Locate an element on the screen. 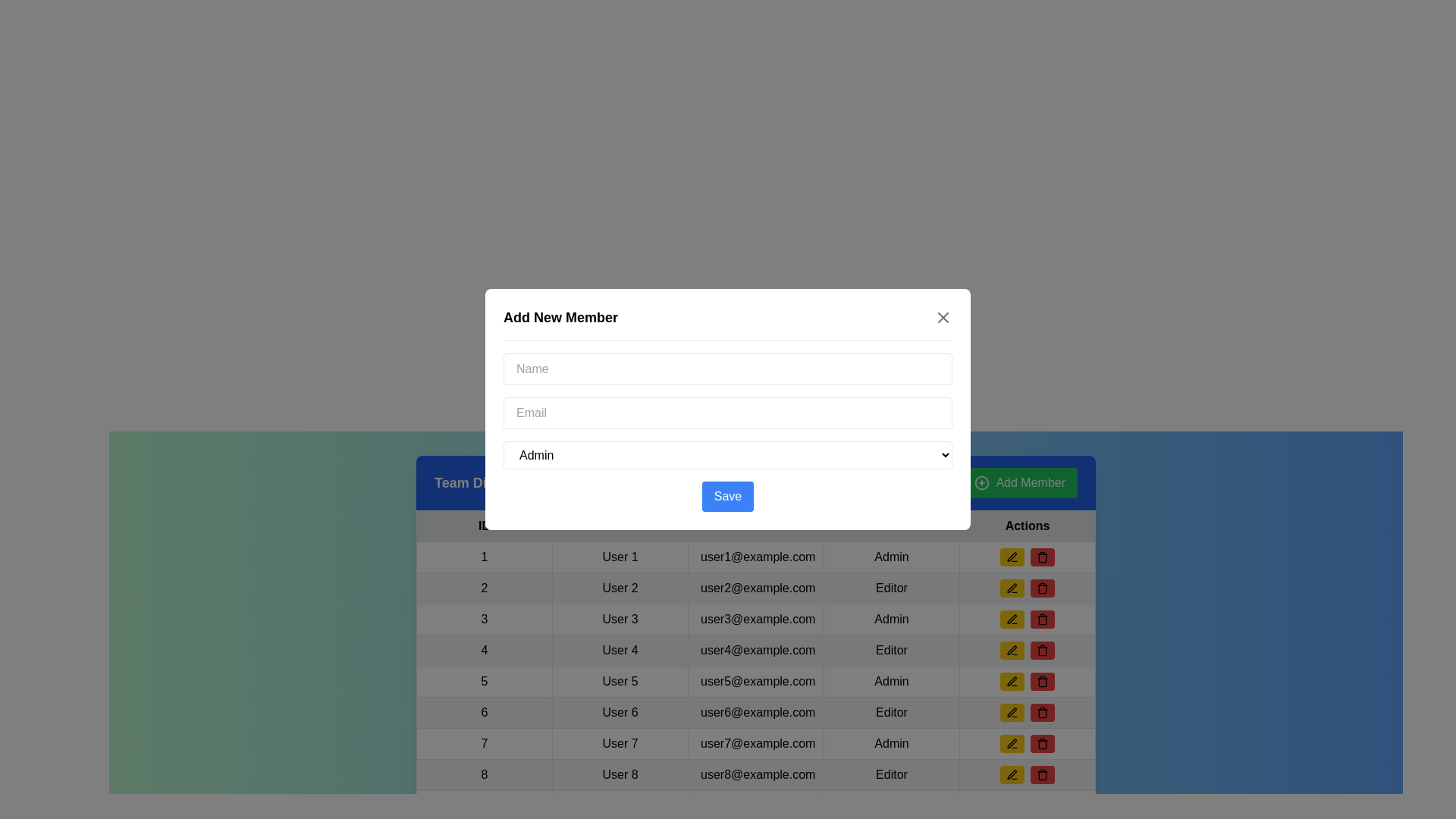  the text display element that represents the unique identifier for 'User 3' in the Team Details section of the table is located at coordinates (483, 620).